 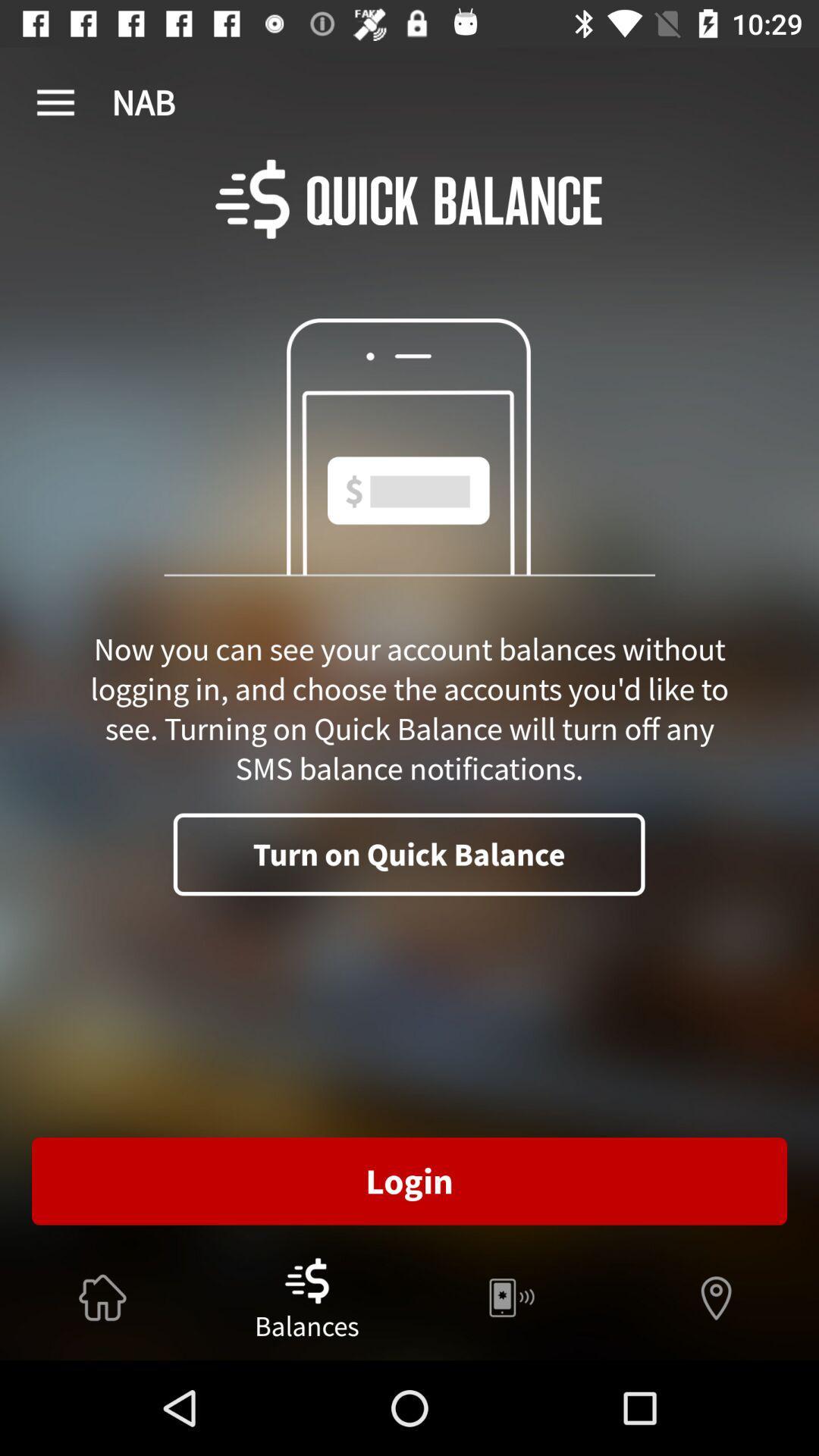 I want to click on the login button, so click(x=409, y=1181).